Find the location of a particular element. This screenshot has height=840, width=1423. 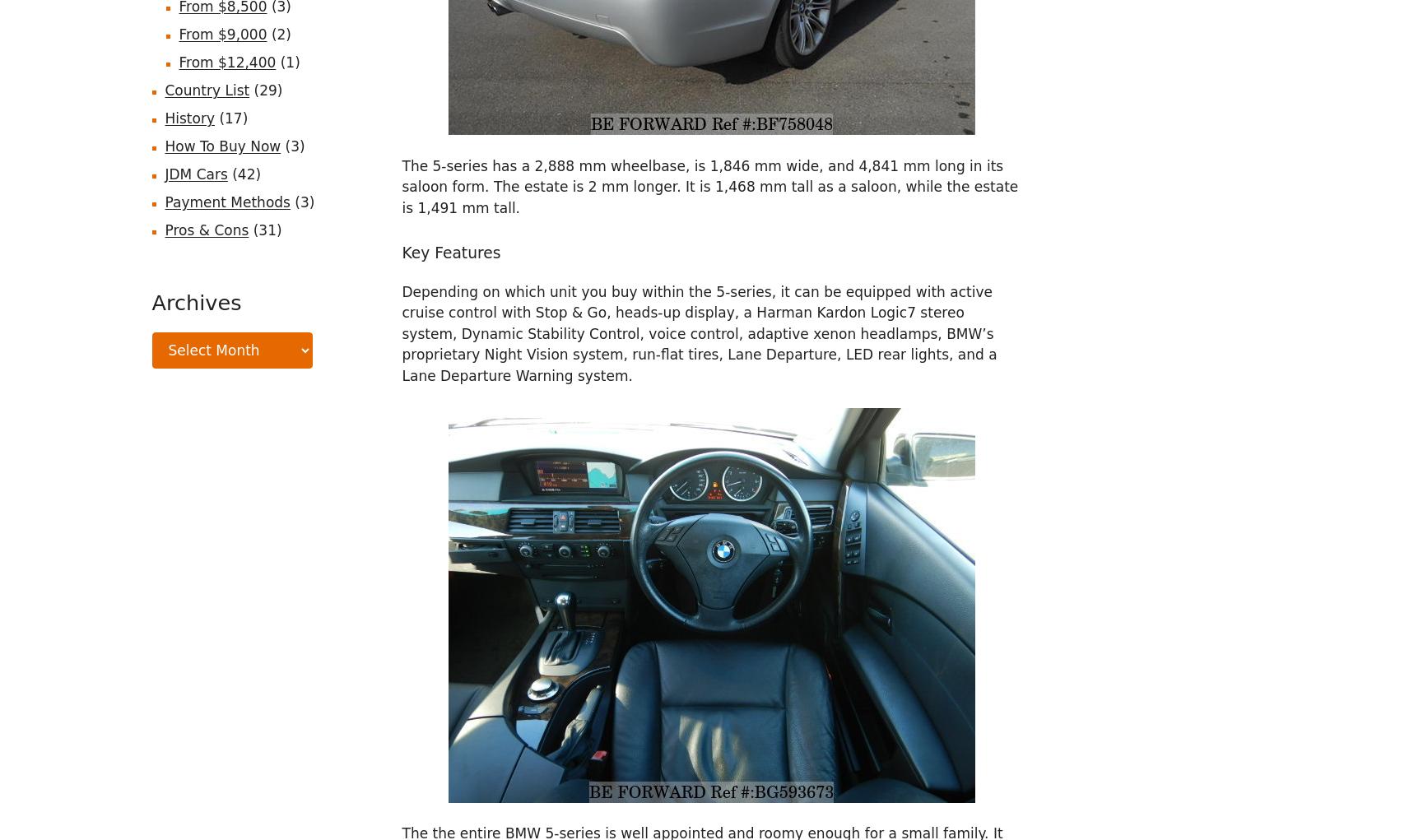

'JDM Cars' is located at coordinates (195, 174).